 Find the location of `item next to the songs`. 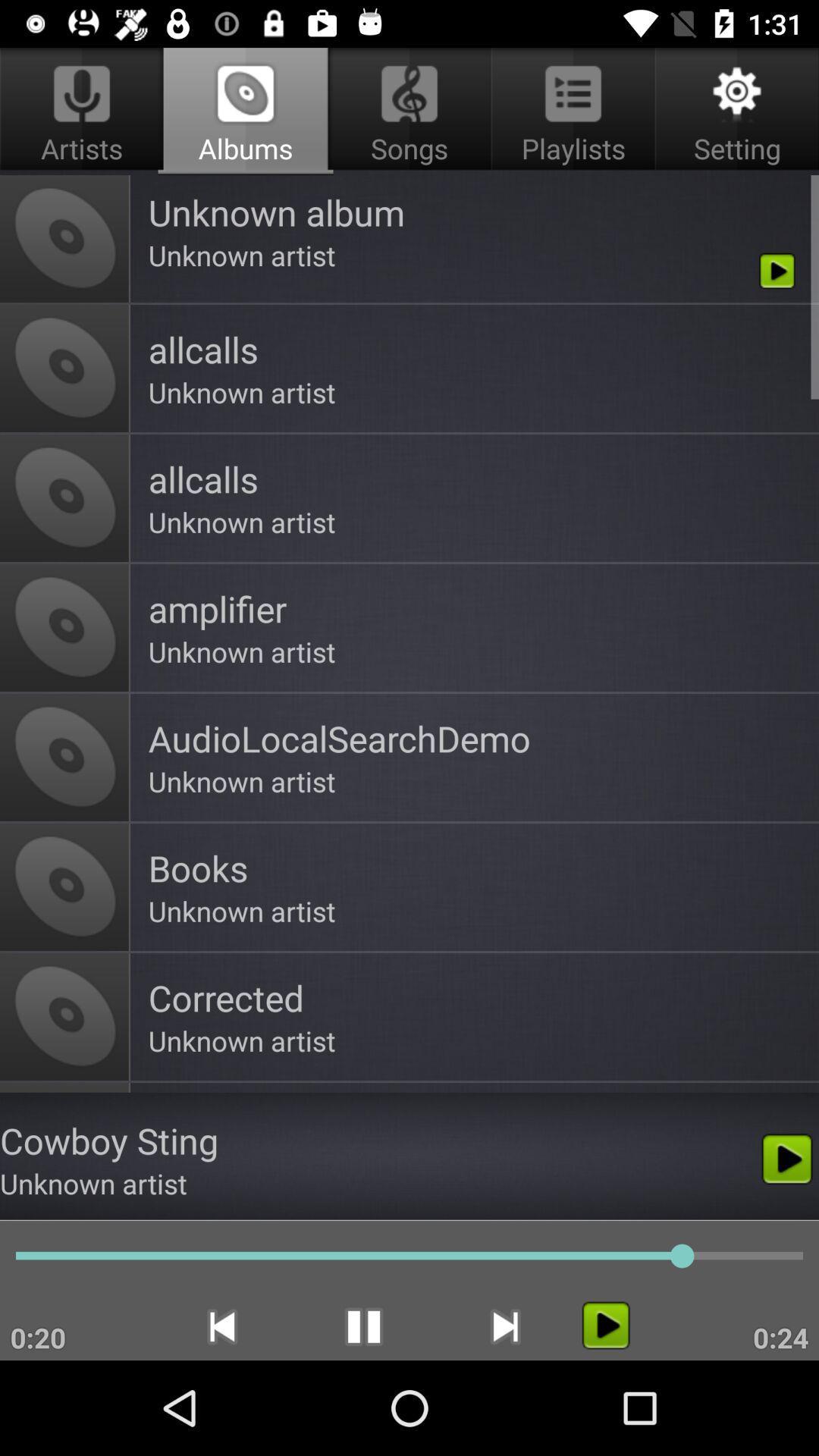

item next to the songs is located at coordinates (733, 111).